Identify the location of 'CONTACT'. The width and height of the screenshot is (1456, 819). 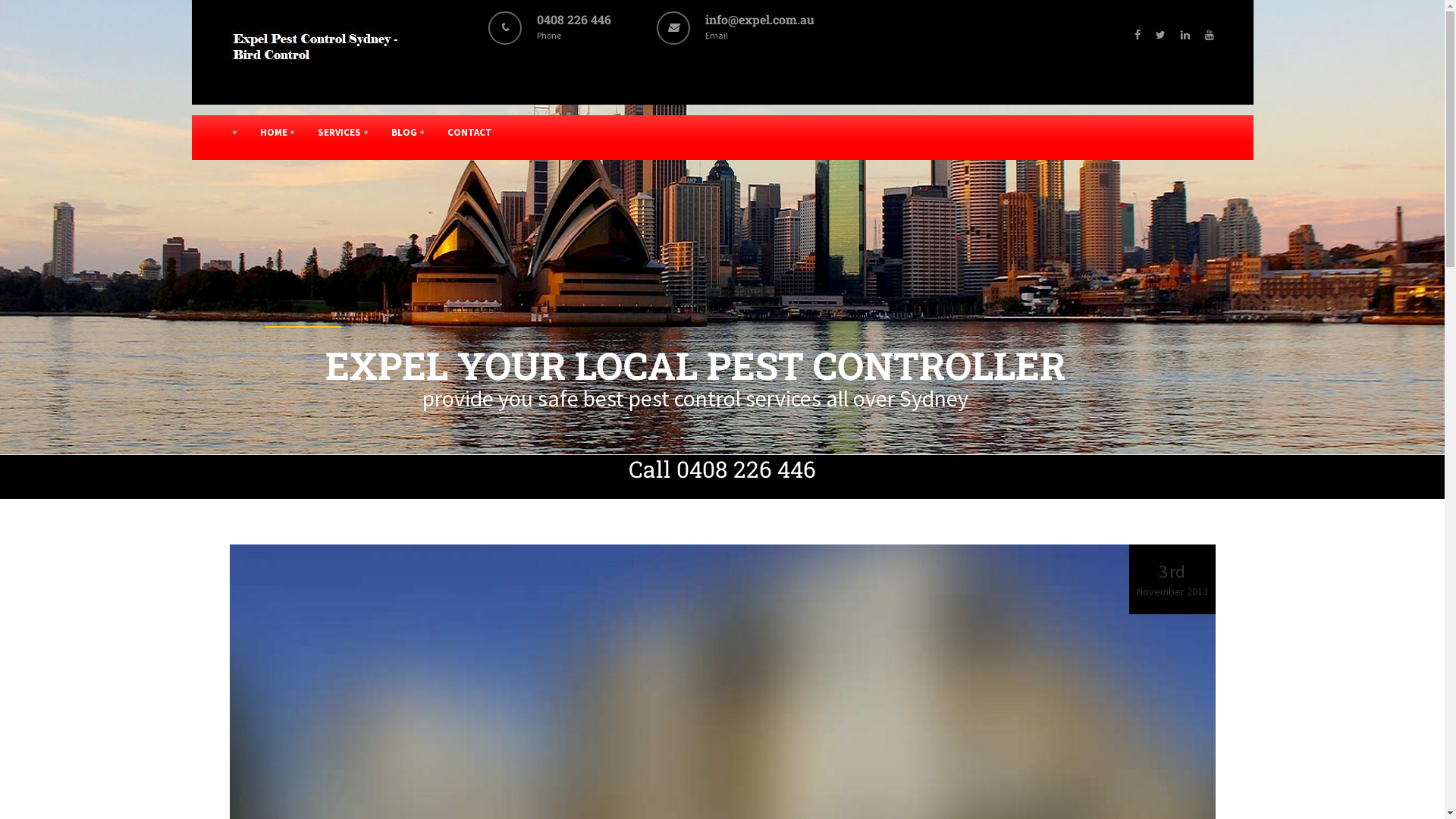
(469, 131).